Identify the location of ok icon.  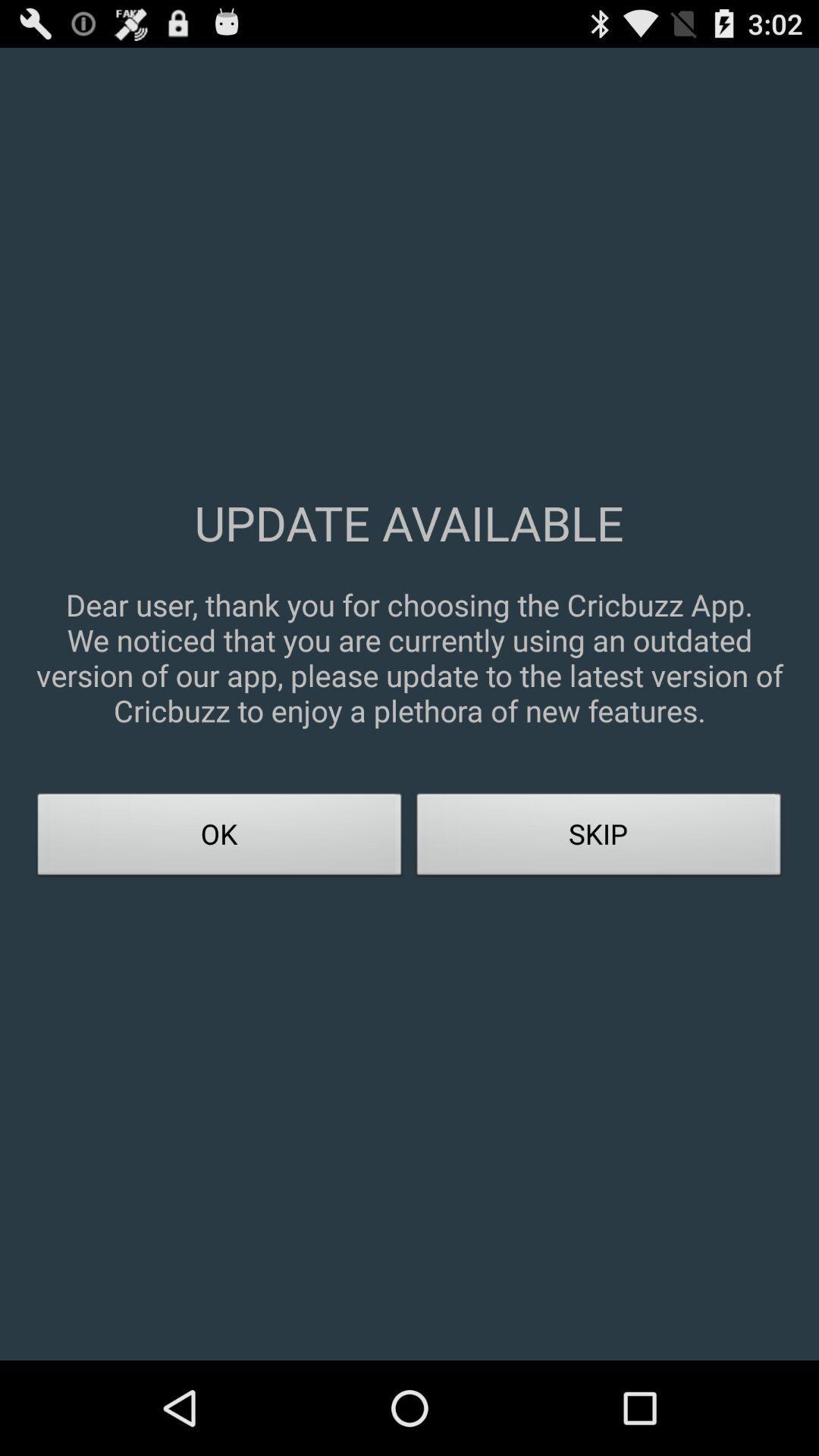
(219, 838).